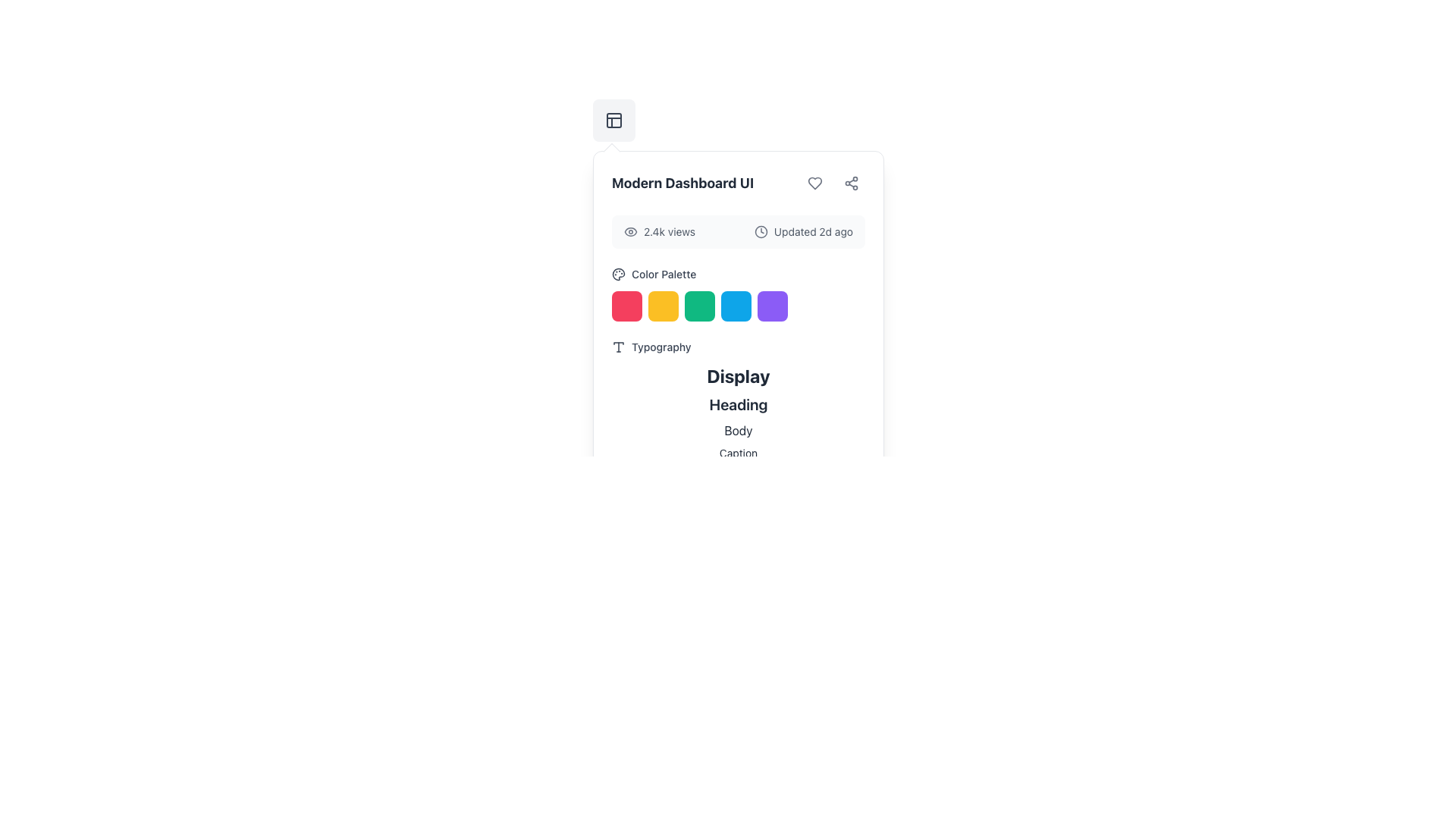 The image size is (1456, 819). What do you see at coordinates (852, 183) in the screenshot?
I see `the circular button with a gray share icon, located at the top right corner of the component` at bounding box center [852, 183].